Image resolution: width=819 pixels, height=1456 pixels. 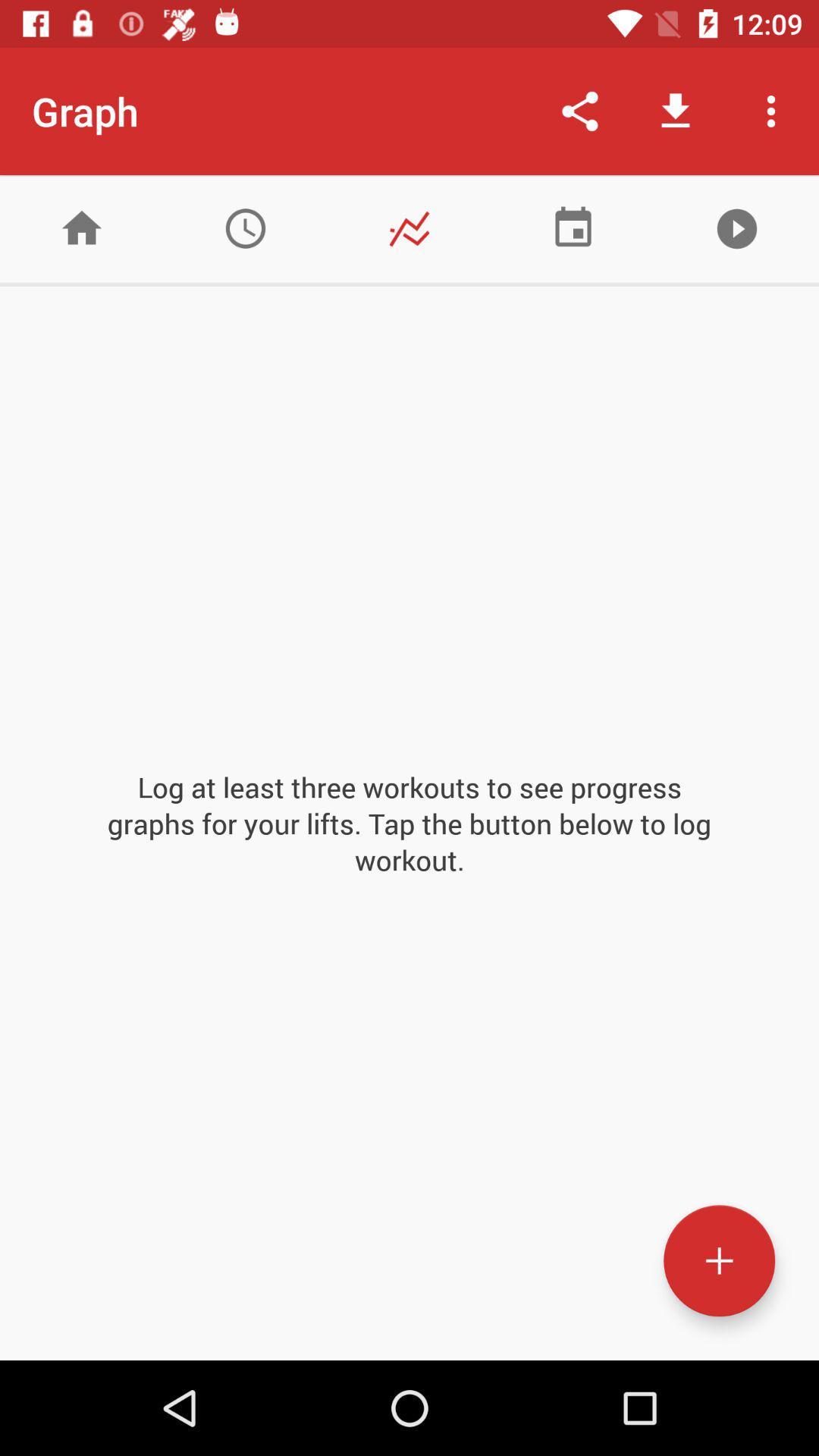 I want to click on show history, so click(x=245, y=227).